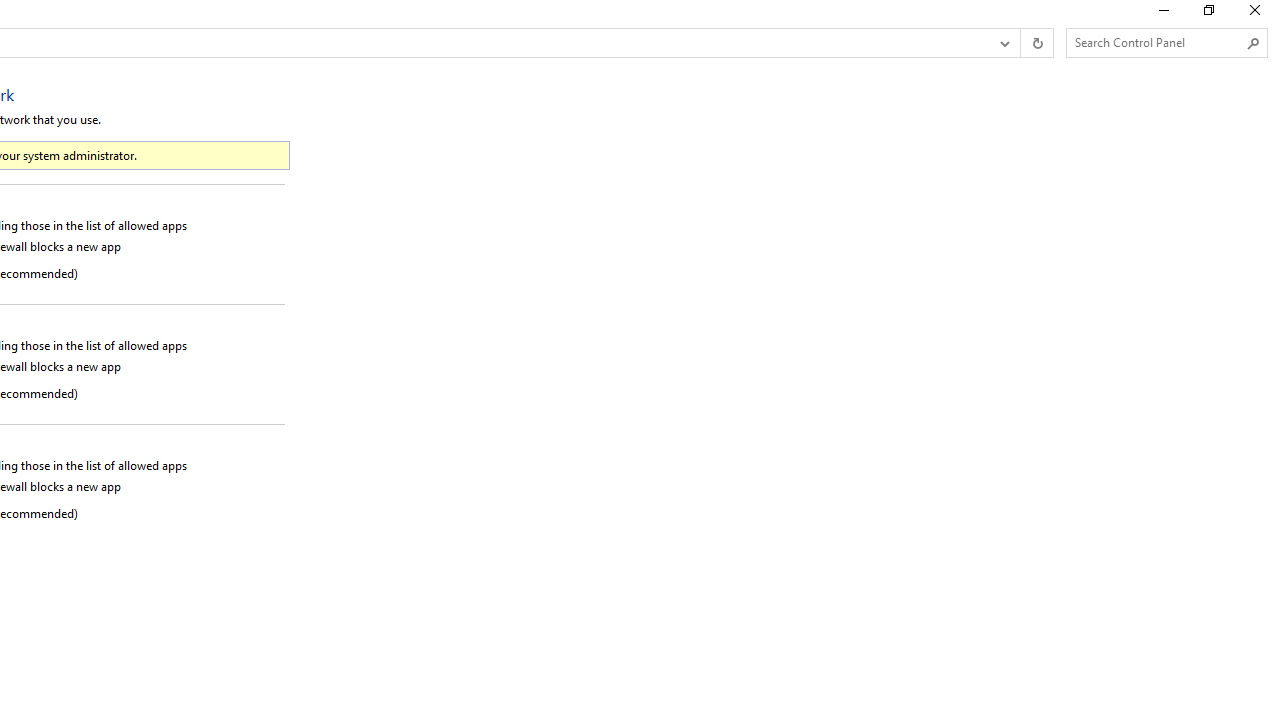 The width and height of the screenshot is (1280, 720). I want to click on 'Search', so click(1252, 43).